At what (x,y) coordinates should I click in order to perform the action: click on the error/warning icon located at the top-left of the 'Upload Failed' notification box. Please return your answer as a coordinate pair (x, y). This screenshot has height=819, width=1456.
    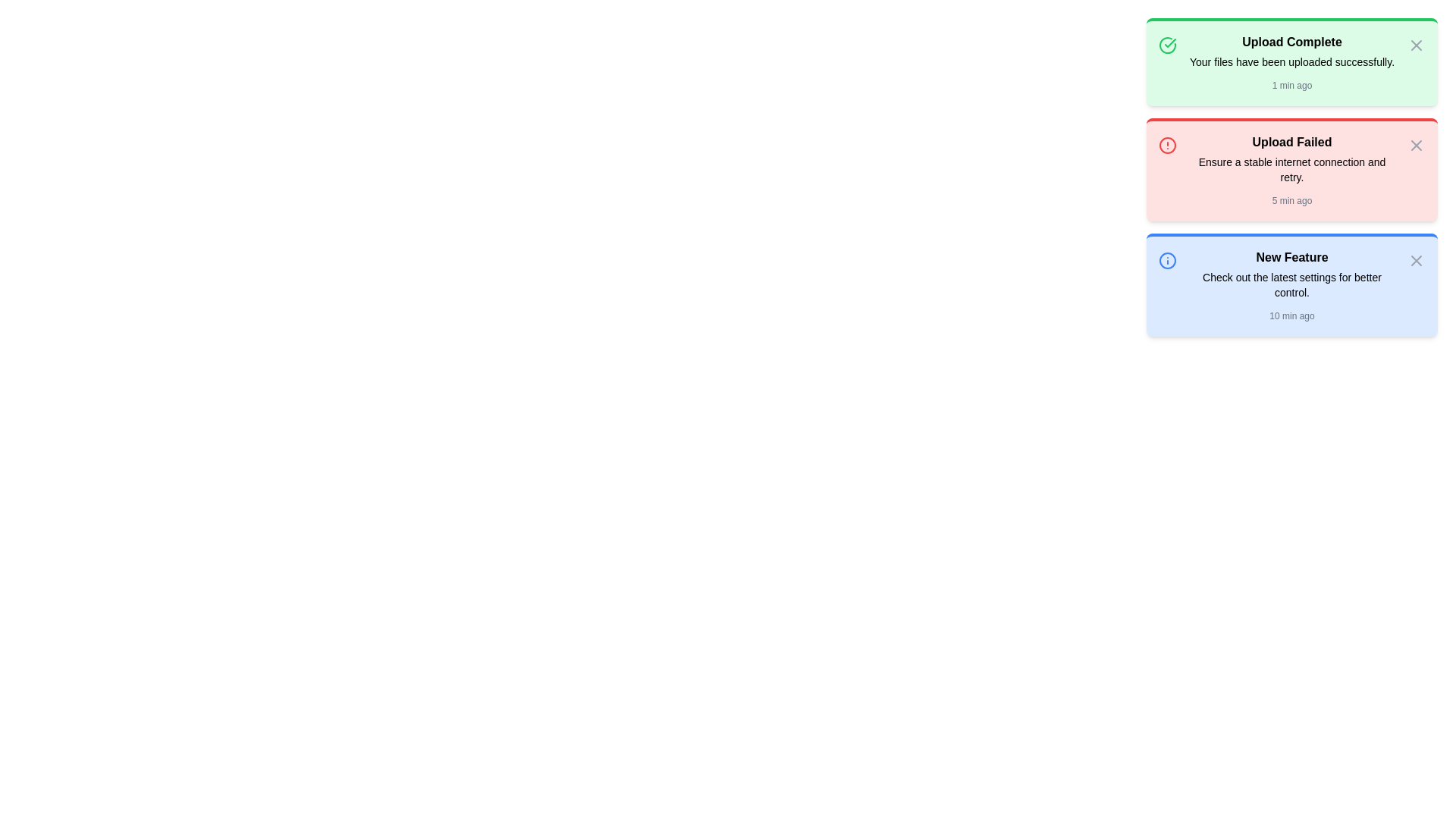
    Looking at the image, I should click on (1167, 146).